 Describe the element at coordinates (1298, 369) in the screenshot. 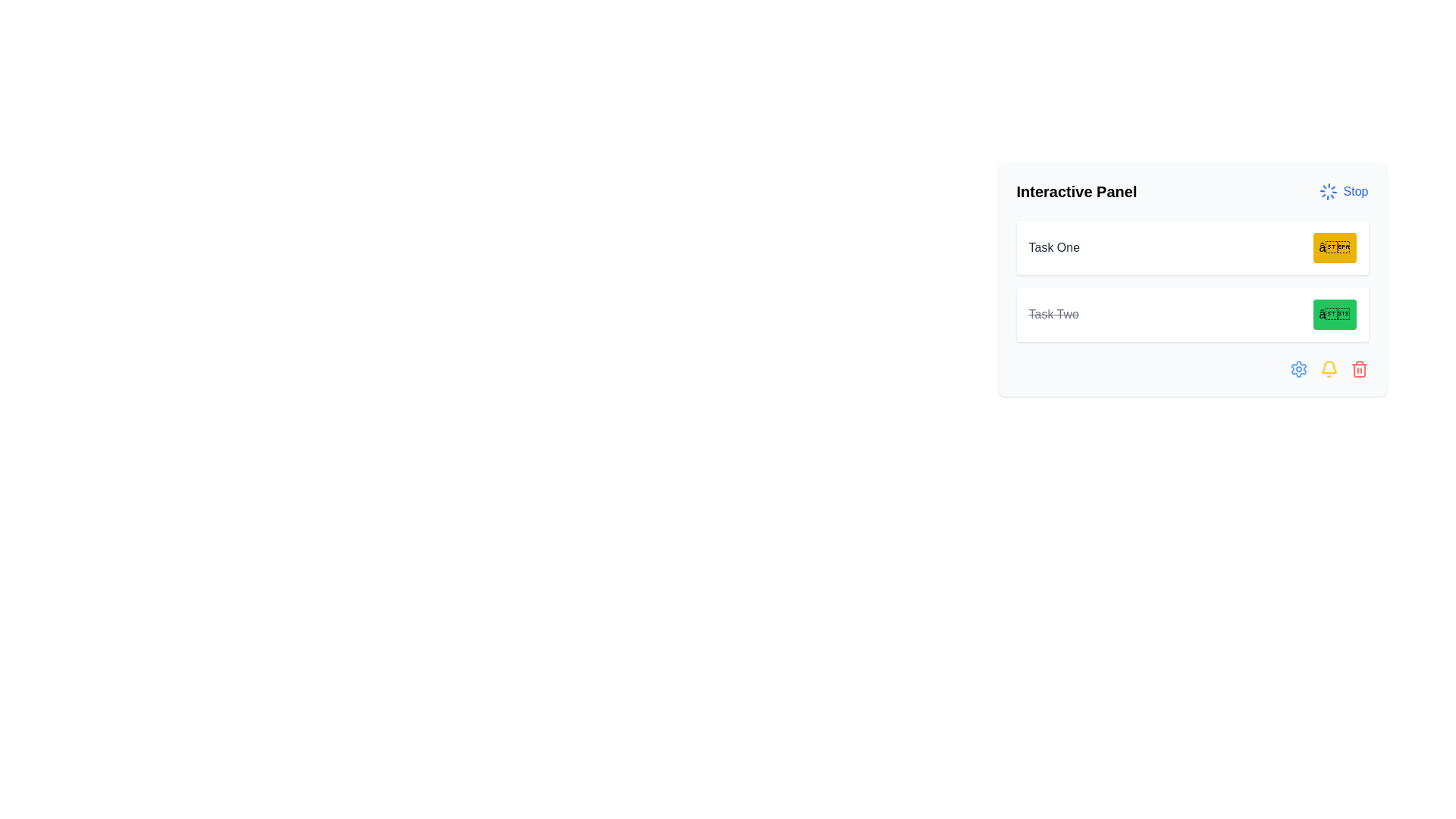

I see `the settings button, represented by a blue cogwheel icon, located at the bottom-right corner of the Interactive Panel` at that location.